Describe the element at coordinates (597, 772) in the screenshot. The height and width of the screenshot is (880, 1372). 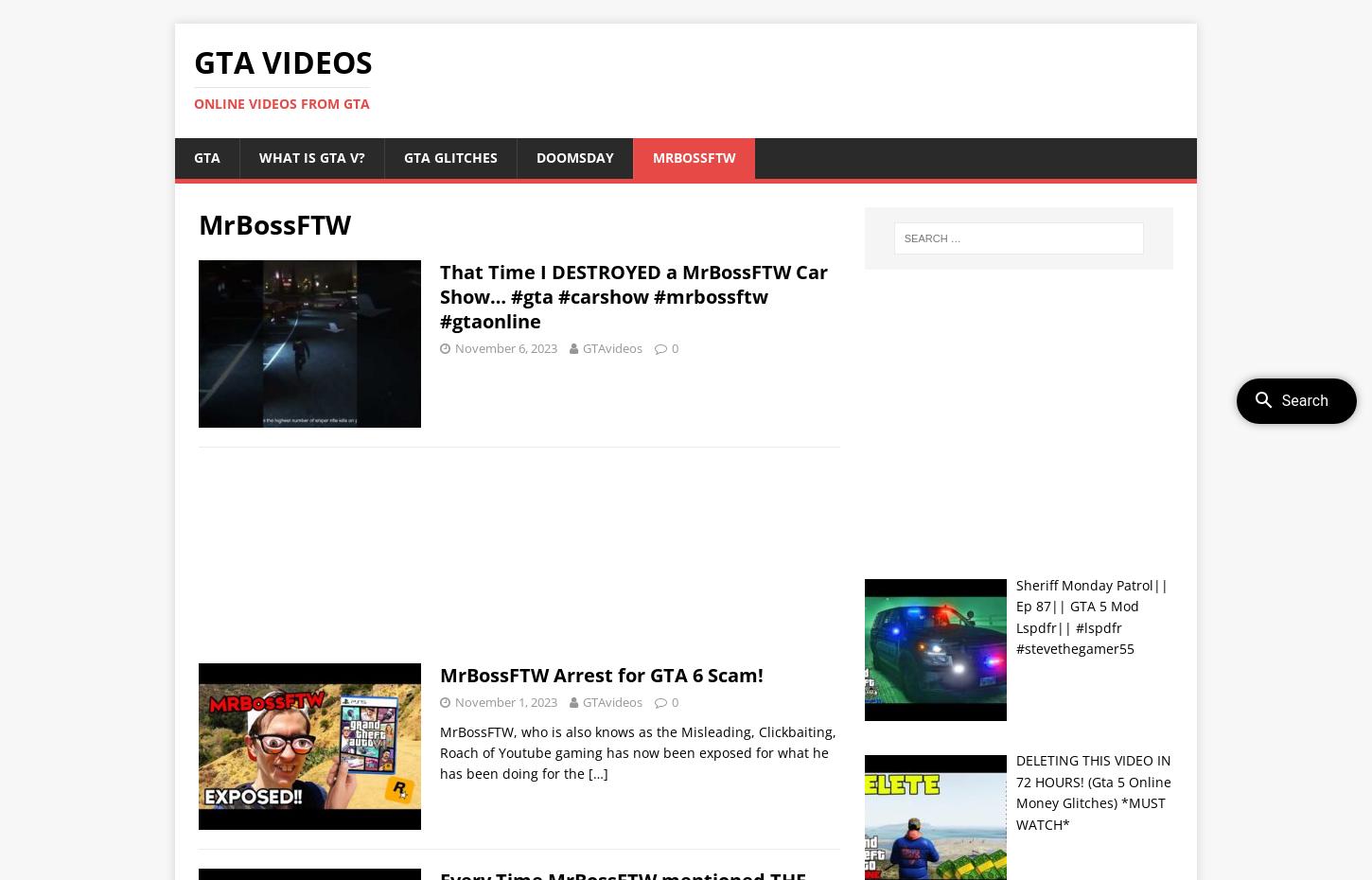
I see `'[…]'` at that location.